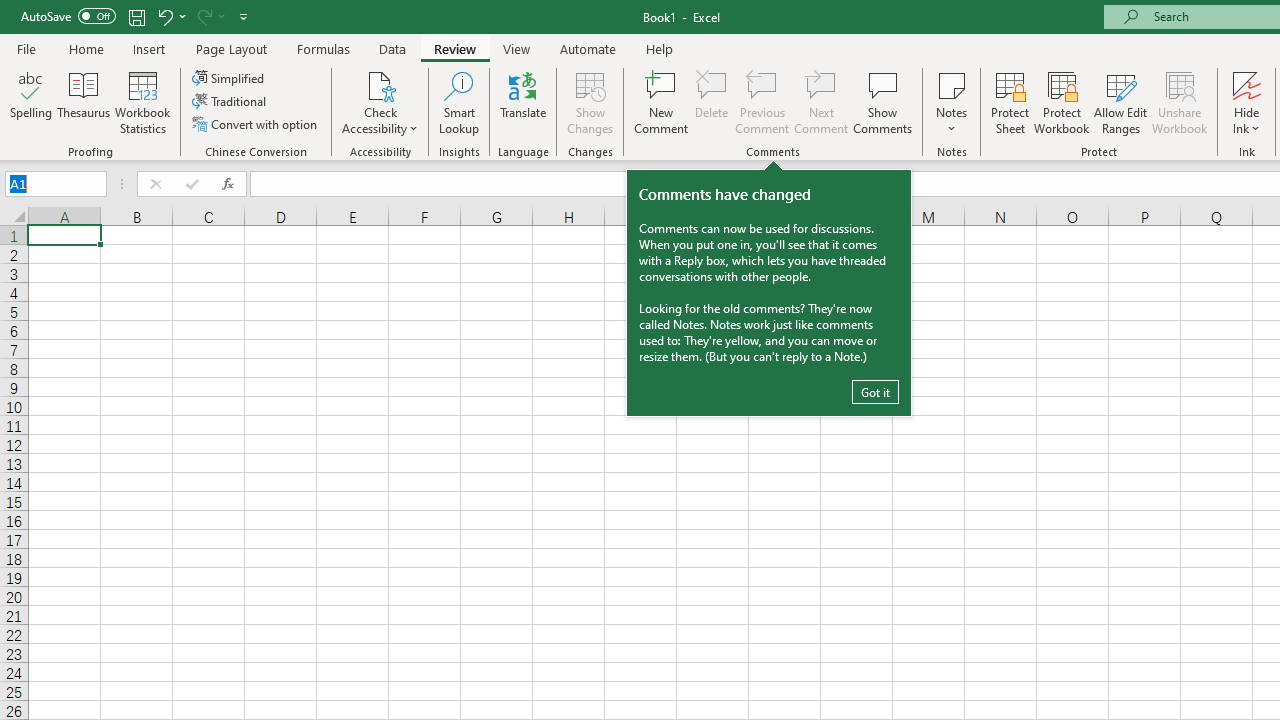 The height and width of the screenshot is (720, 1280). I want to click on 'Protect Workbook...', so click(1060, 103).